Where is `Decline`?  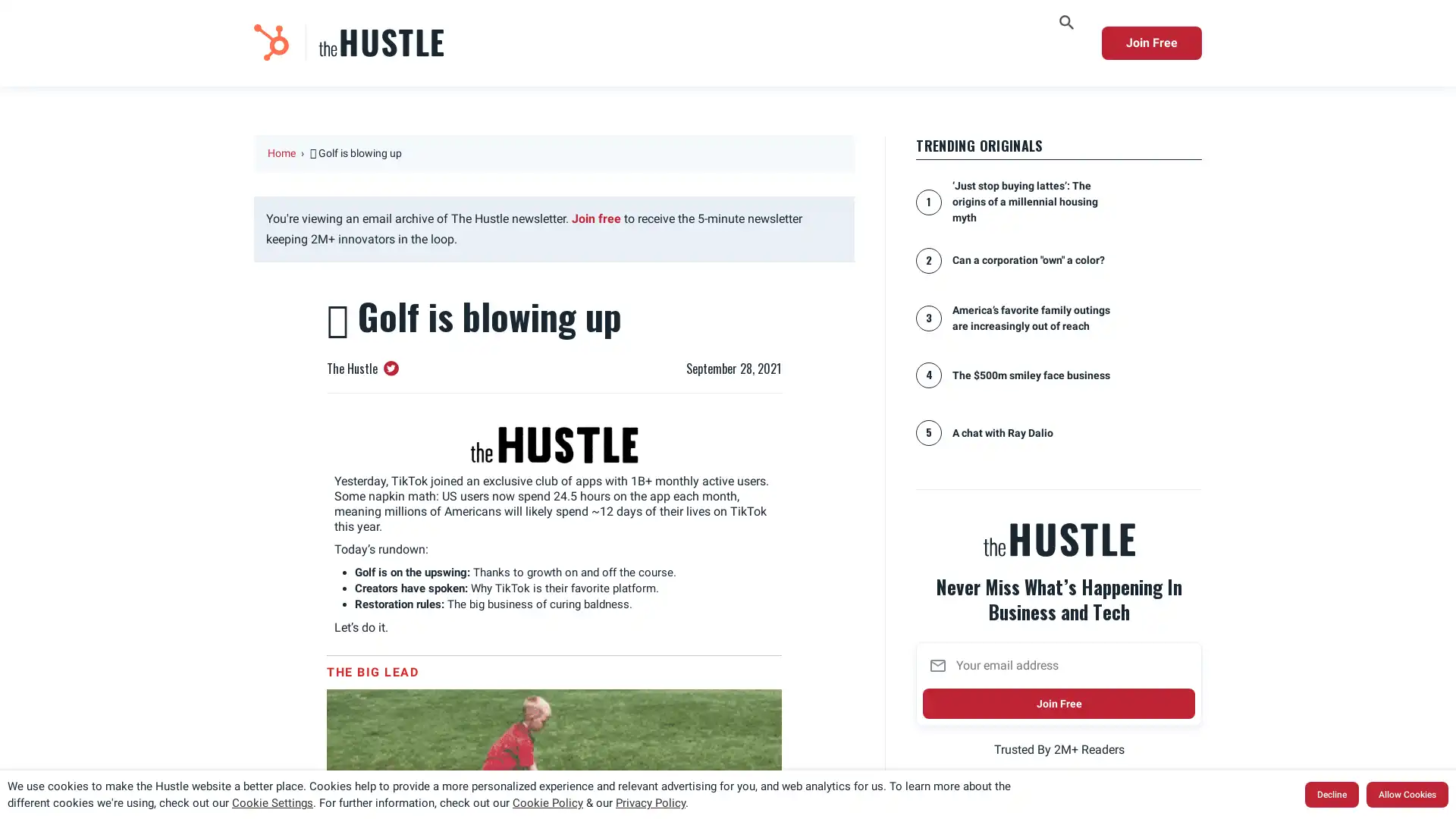 Decline is located at coordinates (1331, 794).